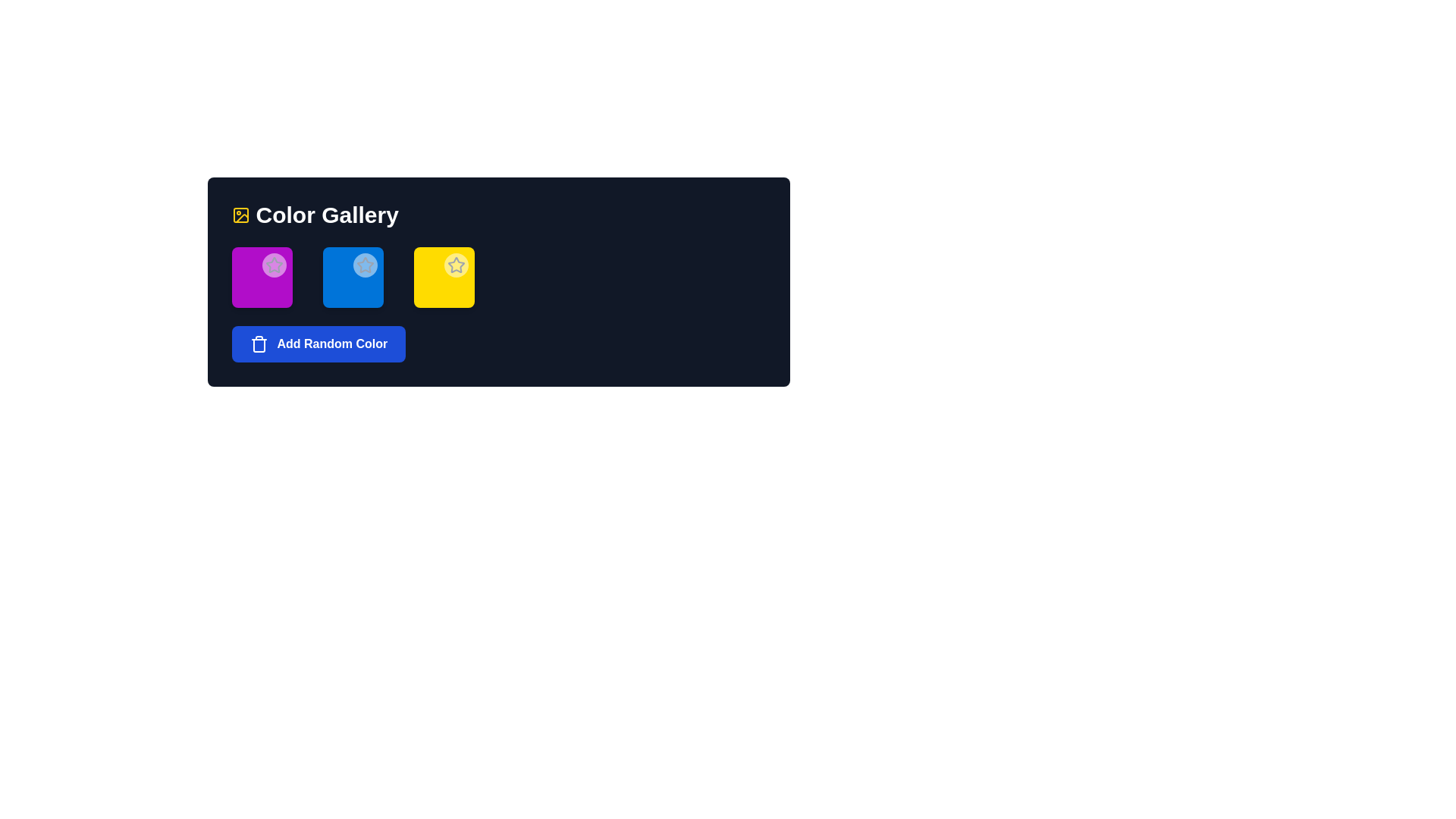  I want to click on the trash icon located on the left side of the 'Add Random Color' button, so click(259, 344).